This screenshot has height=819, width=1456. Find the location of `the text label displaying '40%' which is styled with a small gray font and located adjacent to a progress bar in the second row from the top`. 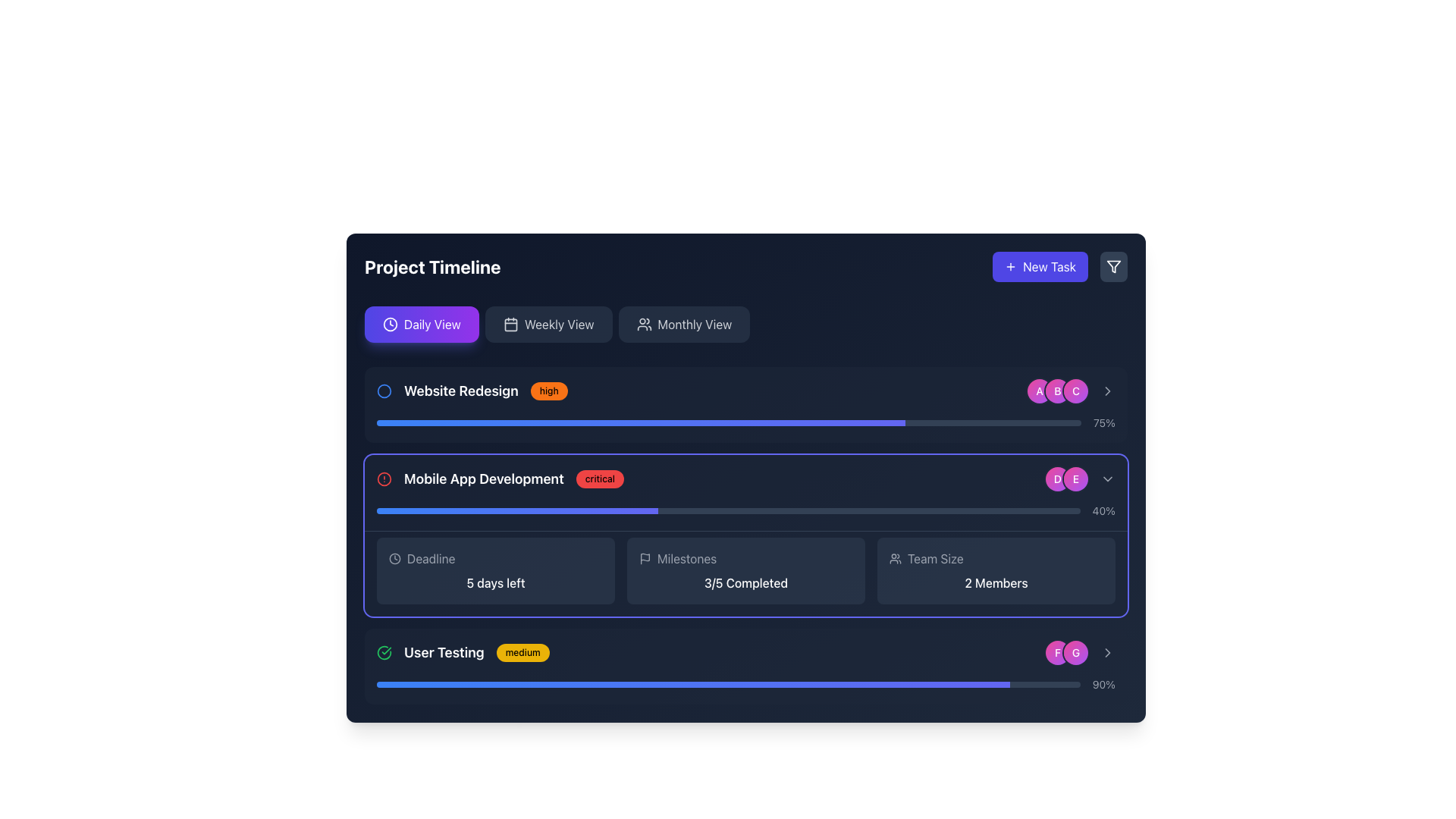

the text label displaying '40%' which is styled with a small gray font and located adjacent to a progress bar in the second row from the top is located at coordinates (1103, 511).